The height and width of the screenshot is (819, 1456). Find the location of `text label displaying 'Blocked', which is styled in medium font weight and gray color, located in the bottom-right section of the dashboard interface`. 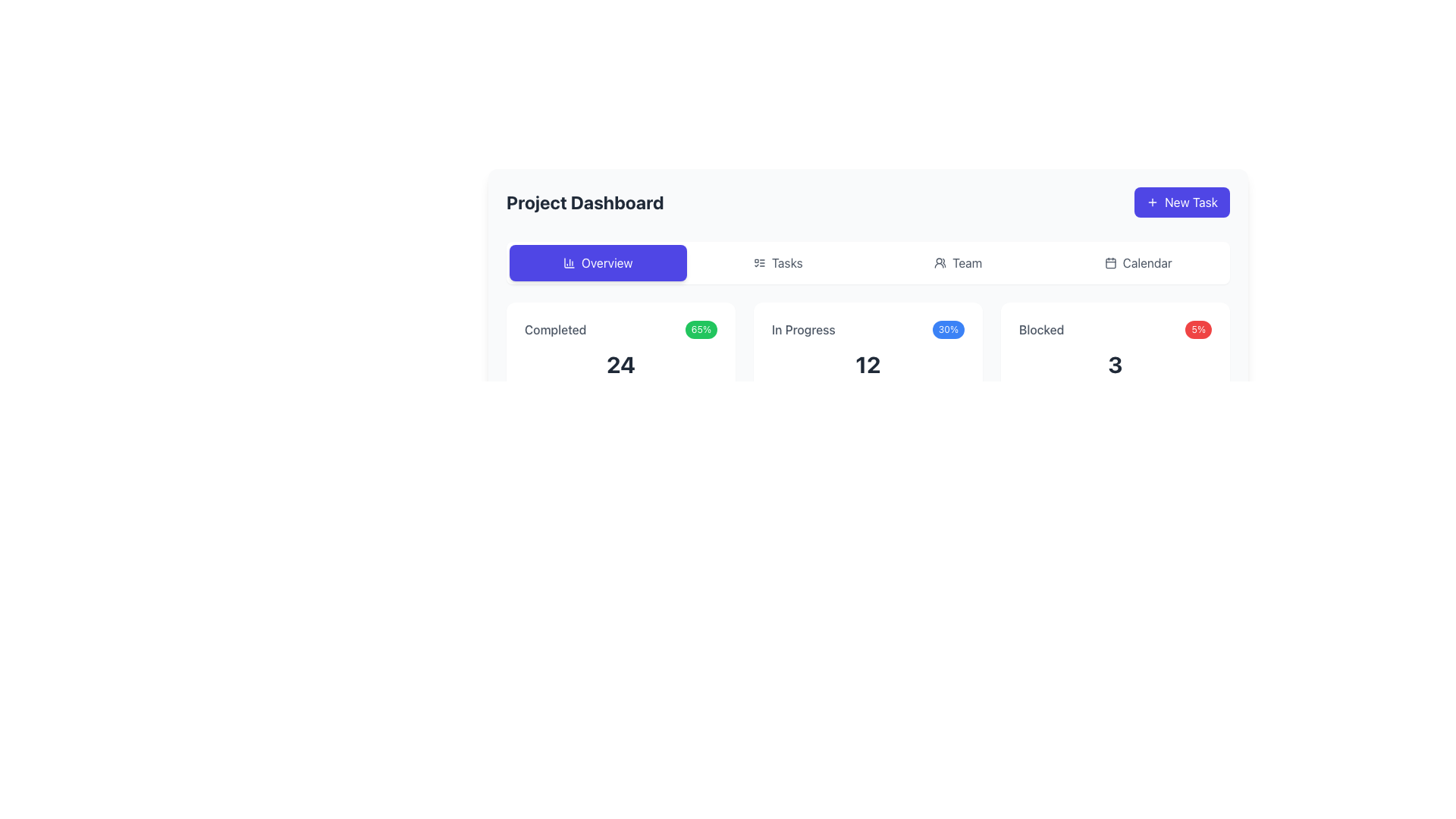

text label displaying 'Blocked', which is styled in medium font weight and gray color, located in the bottom-right section of the dashboard interface is located at coordinates (1040, 329).